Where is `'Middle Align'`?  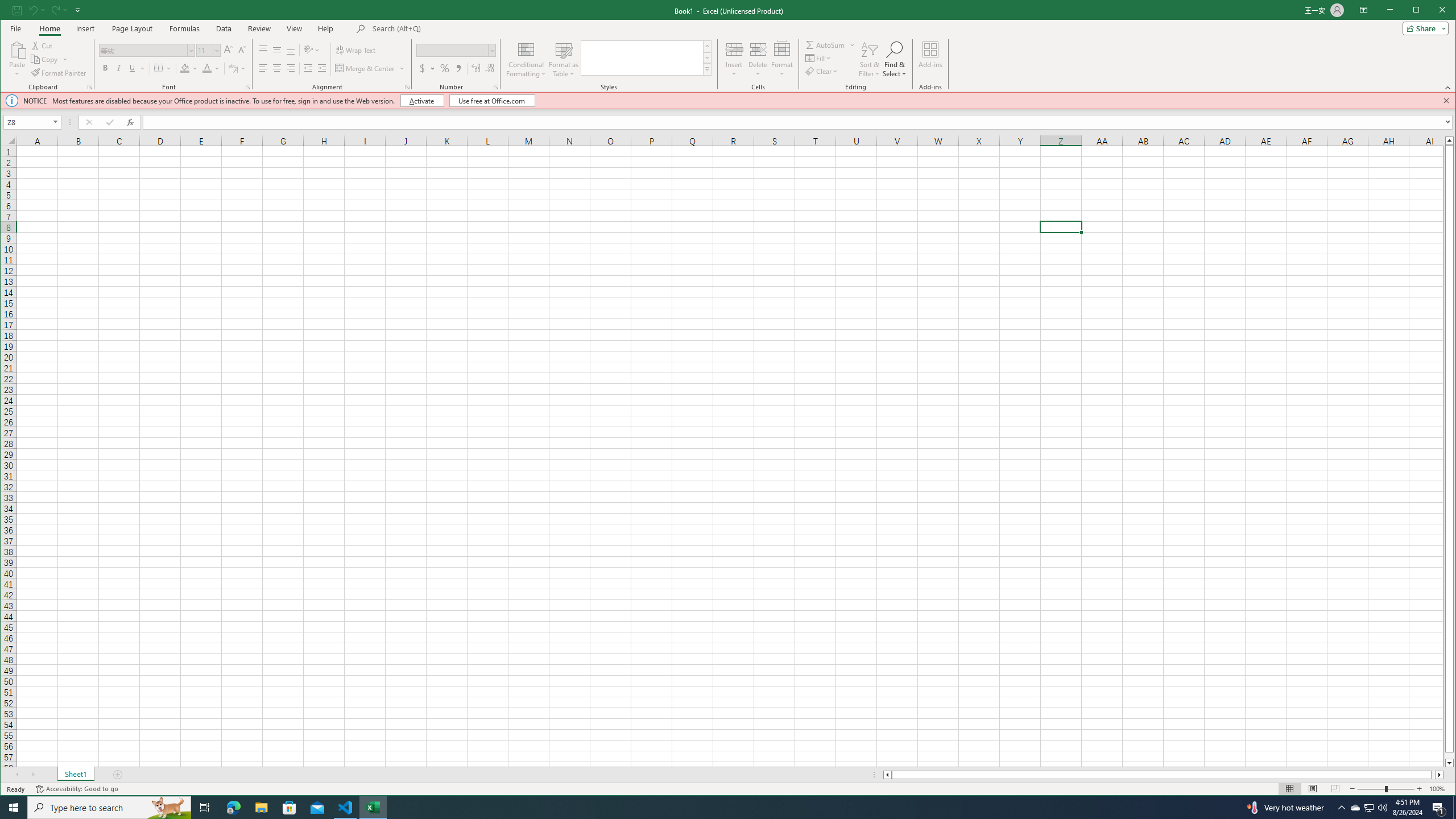
'Middle Align' is located at coordinates (276, 49).